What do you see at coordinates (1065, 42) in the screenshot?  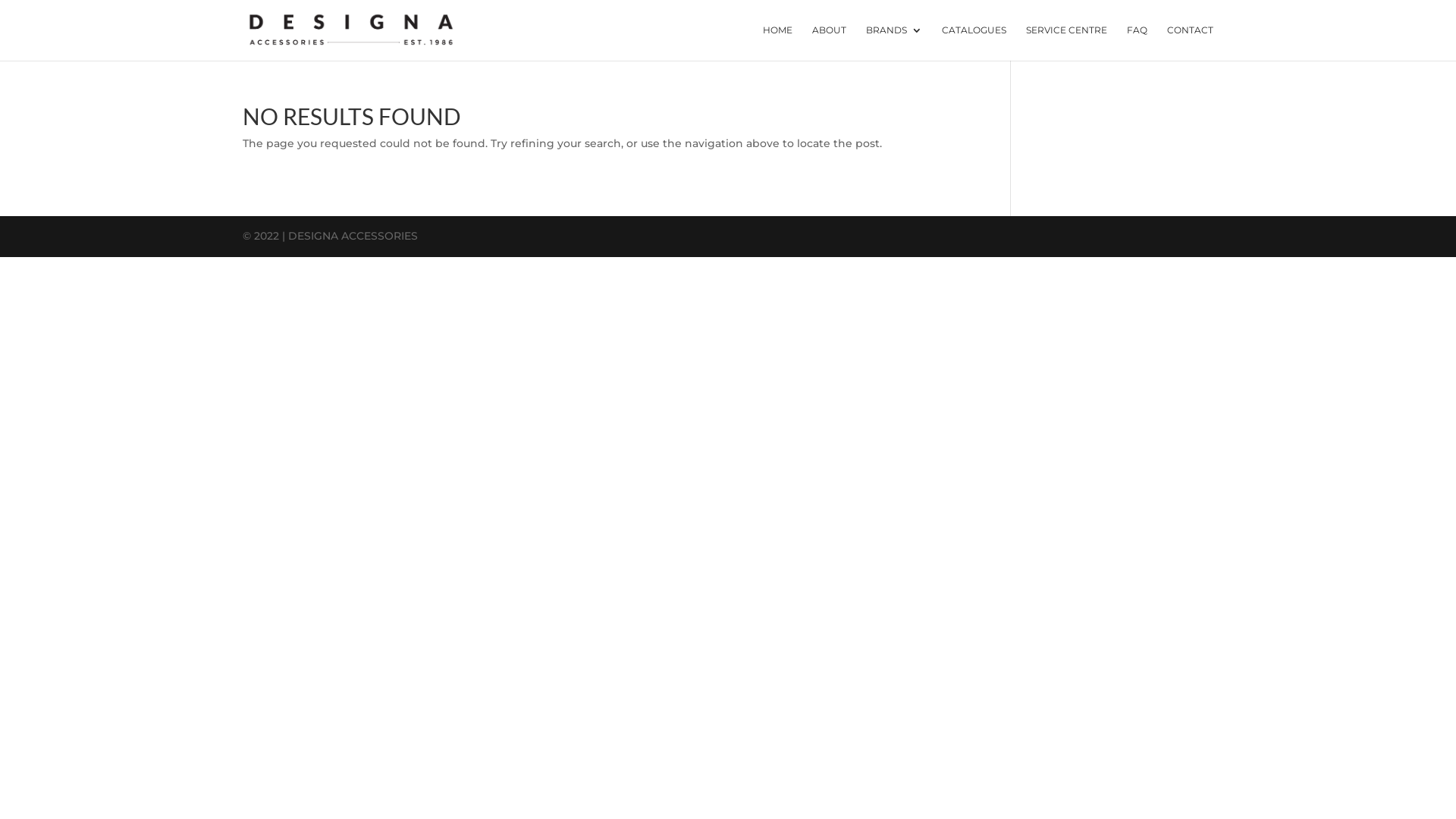 I see `'SERVICE CENTRE'` at bounding box center [1065, 42].